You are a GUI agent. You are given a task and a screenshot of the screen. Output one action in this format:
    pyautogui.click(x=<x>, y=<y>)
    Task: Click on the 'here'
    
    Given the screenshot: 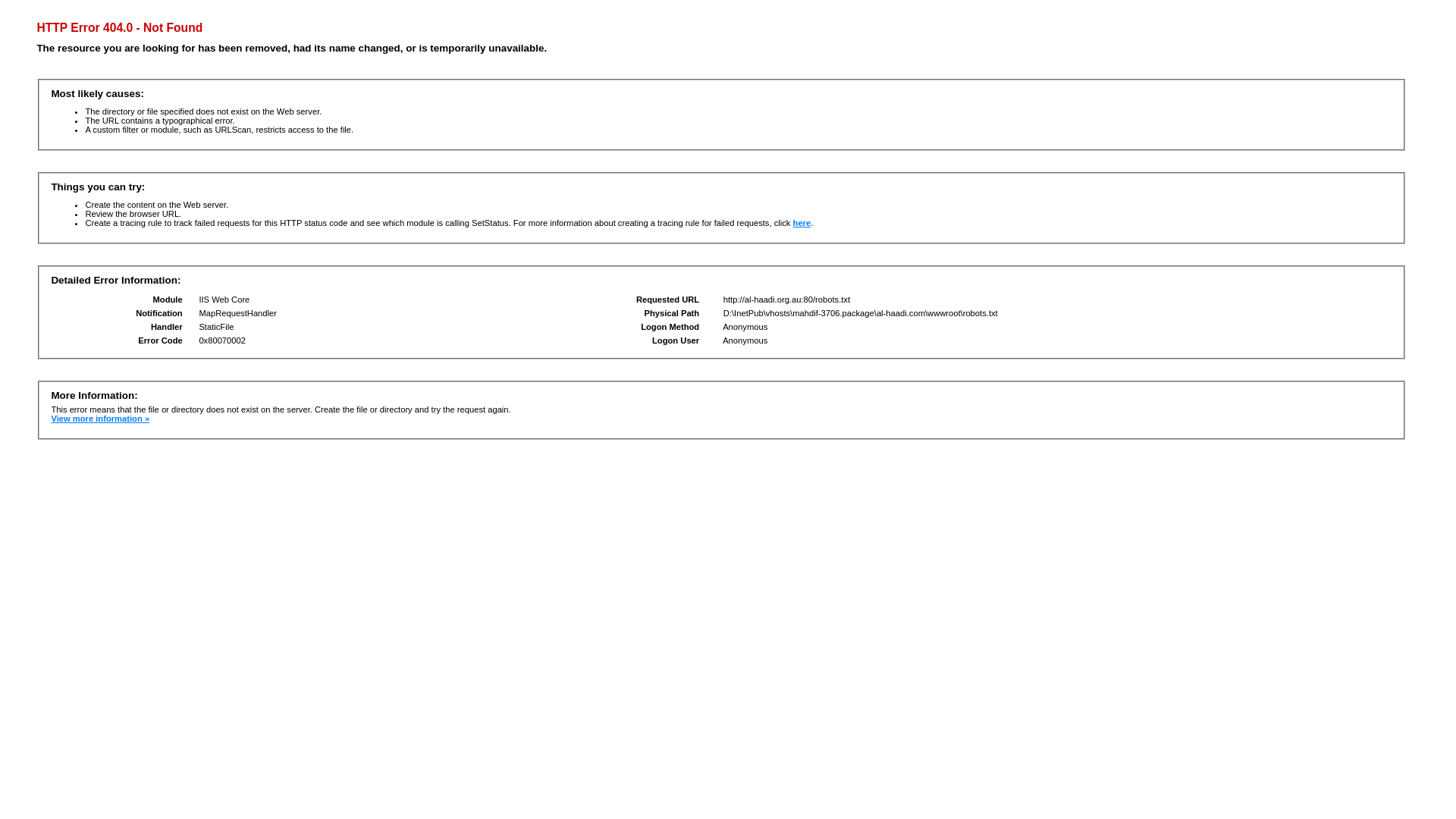 What is the action you would take?
    pyautogui.click(x=801, y=222)
    